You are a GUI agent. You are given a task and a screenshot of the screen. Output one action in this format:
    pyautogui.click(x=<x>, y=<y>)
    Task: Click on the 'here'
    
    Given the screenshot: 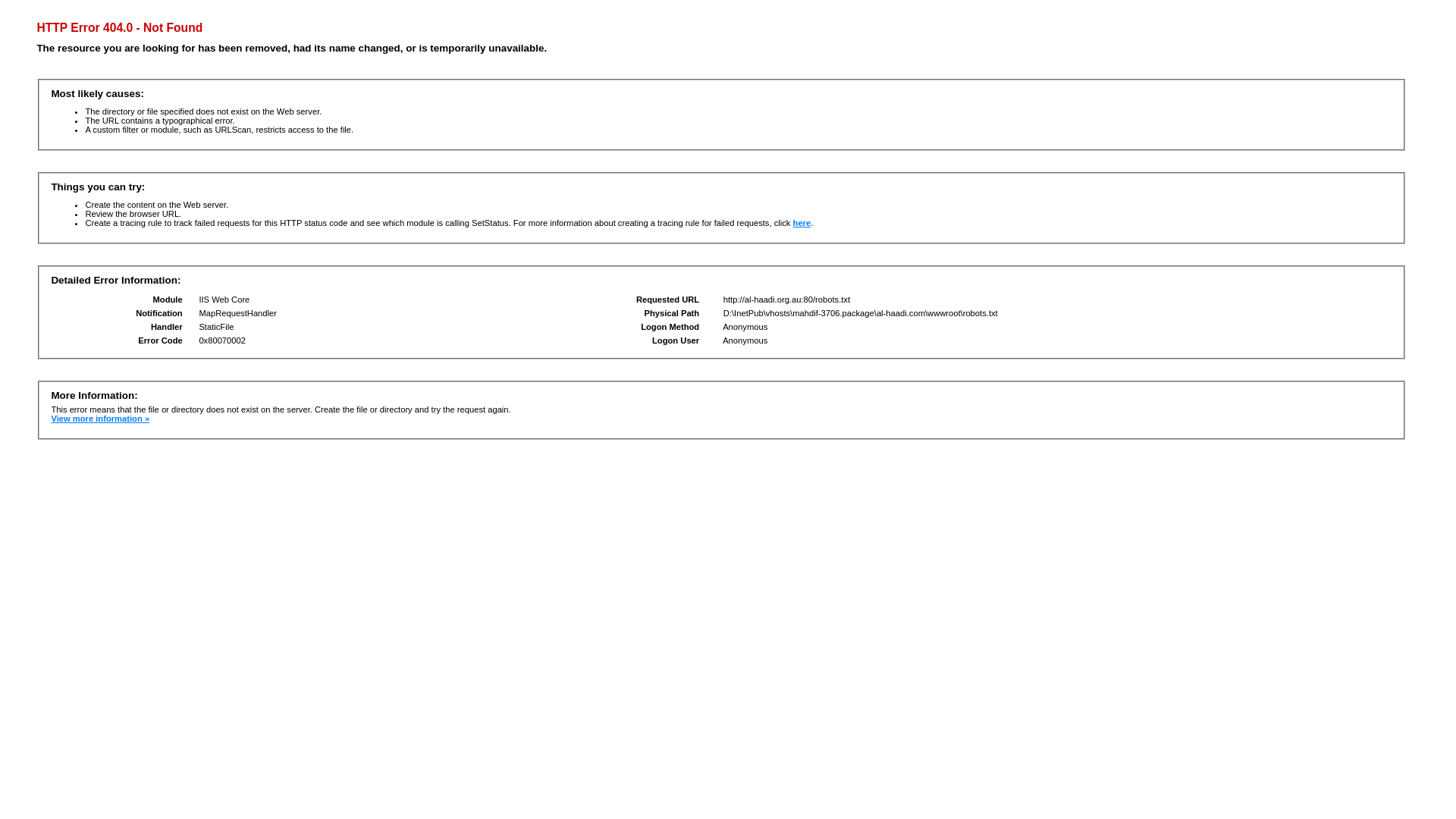 What is the action you would take?
    pyautogui.click(x=801, y=222)
    